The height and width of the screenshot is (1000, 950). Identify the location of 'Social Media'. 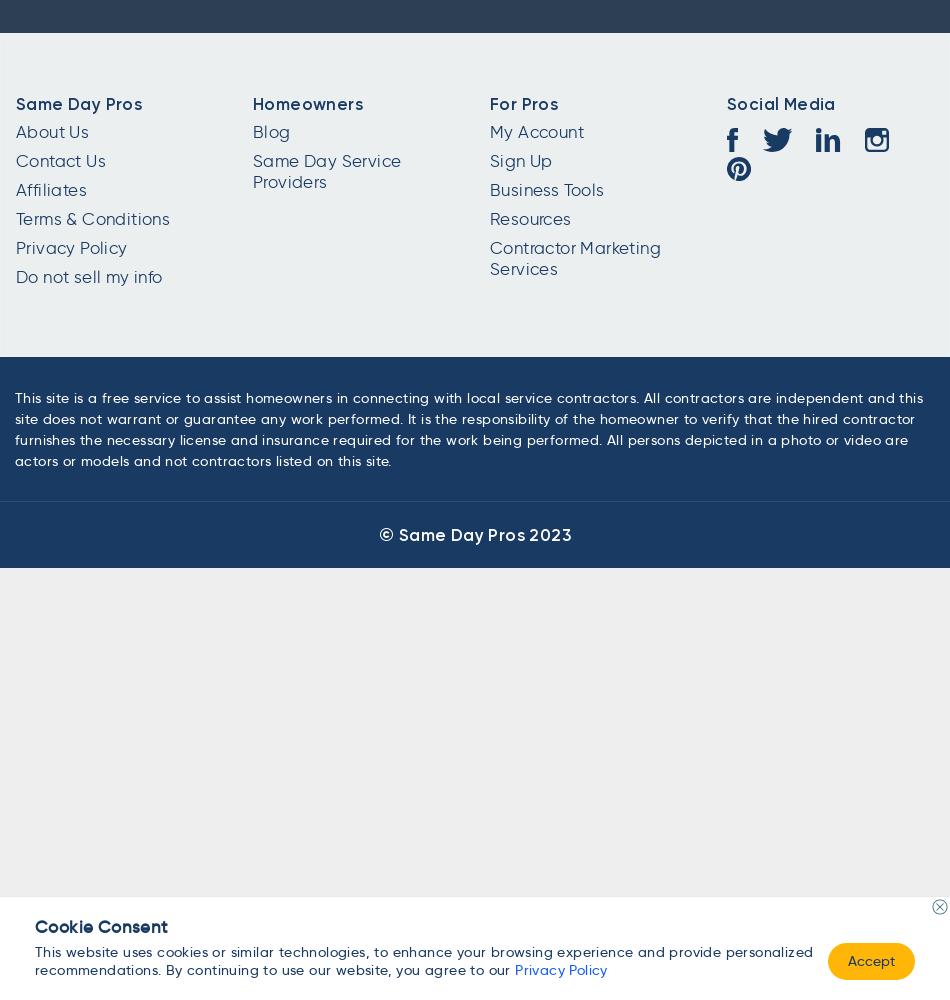
(779, 102).